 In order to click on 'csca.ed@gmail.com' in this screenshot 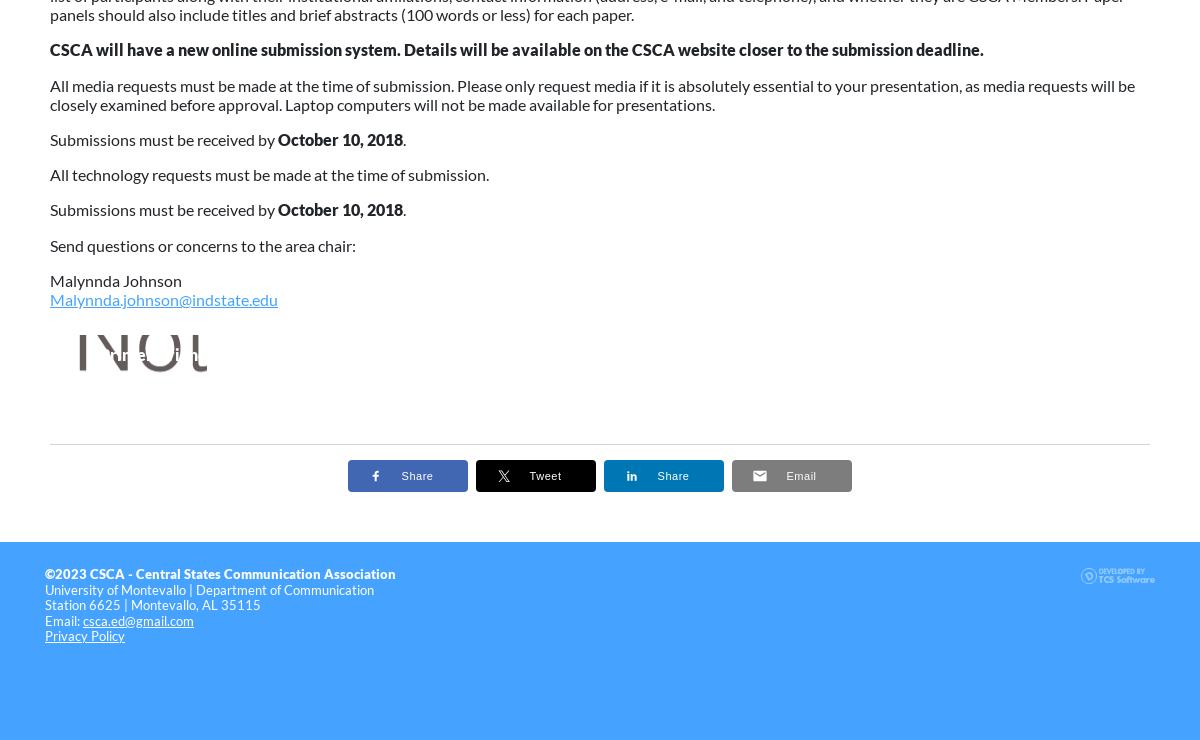, I will do `click(138, 618)`.